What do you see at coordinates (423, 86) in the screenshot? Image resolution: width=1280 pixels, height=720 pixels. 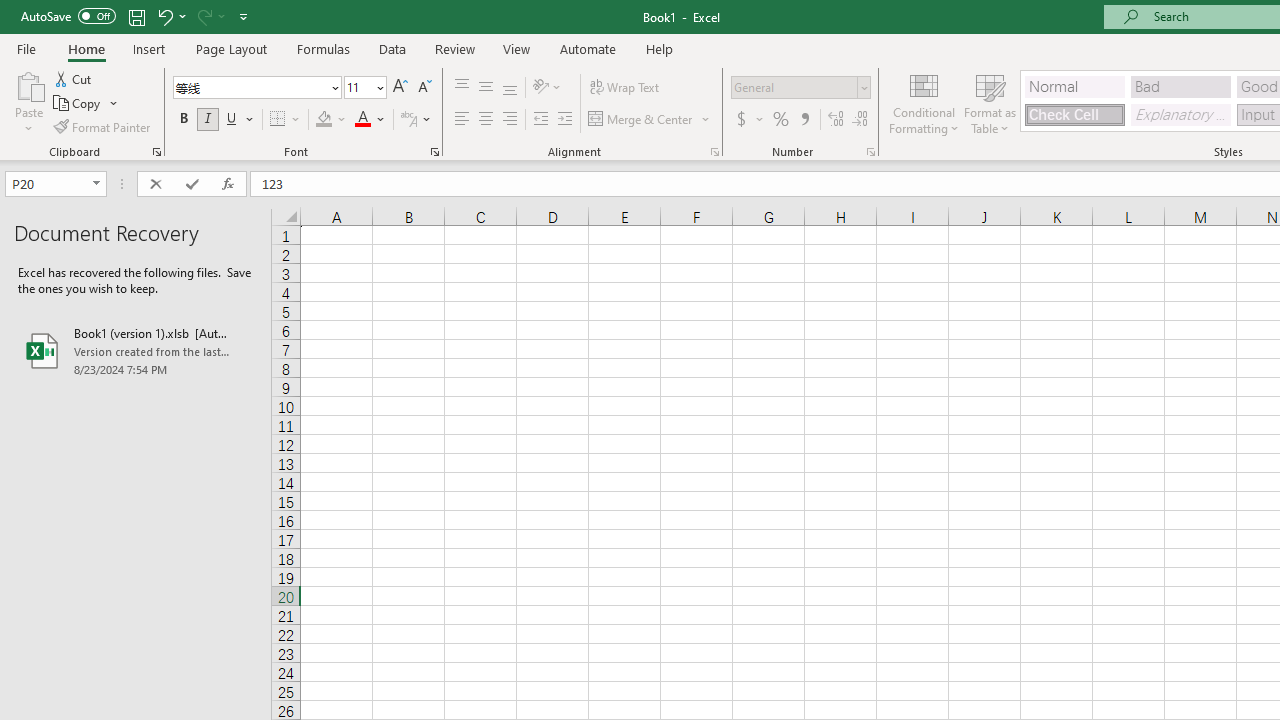 I see `'Decrease Font Size'` at bounding box center [423, 86].